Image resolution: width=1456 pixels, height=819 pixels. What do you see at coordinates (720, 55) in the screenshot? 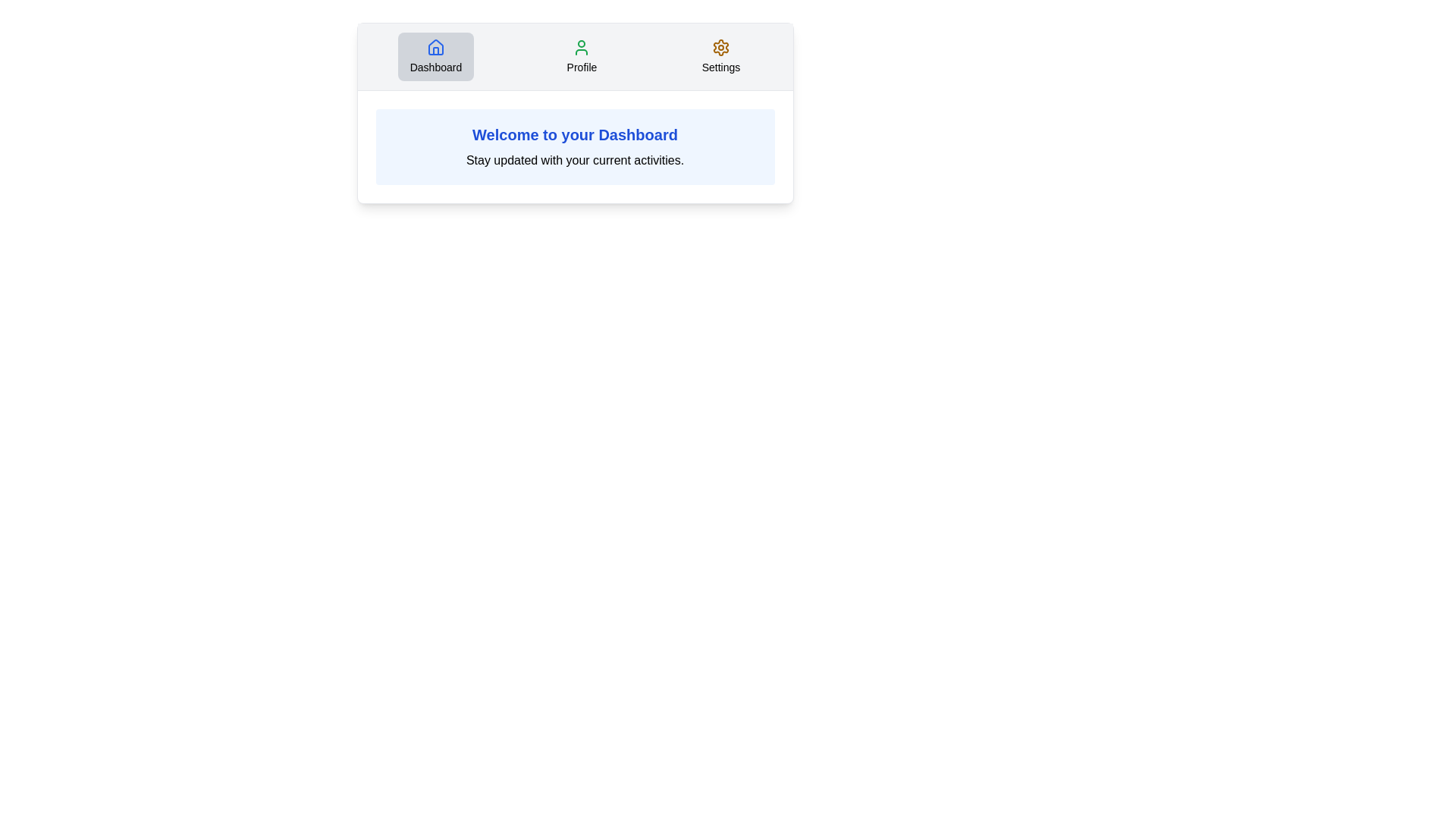
I see `the tab labeled Settings` at bounding box center [720, 55].